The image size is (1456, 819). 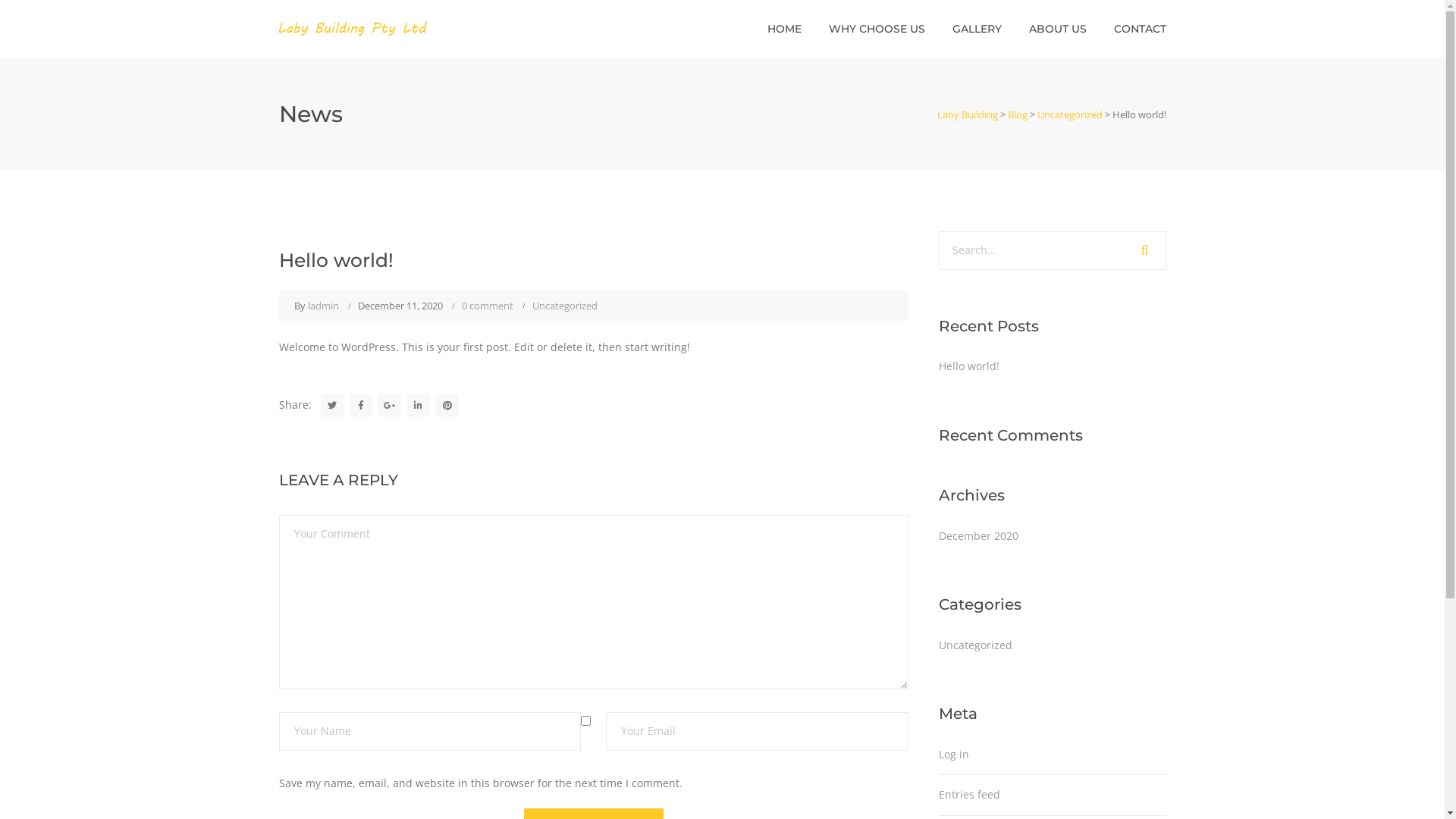 What do you see at coordinates (978, 535) in the screenshot?
I see `'December 2020'` at bounding box center [978, 535].